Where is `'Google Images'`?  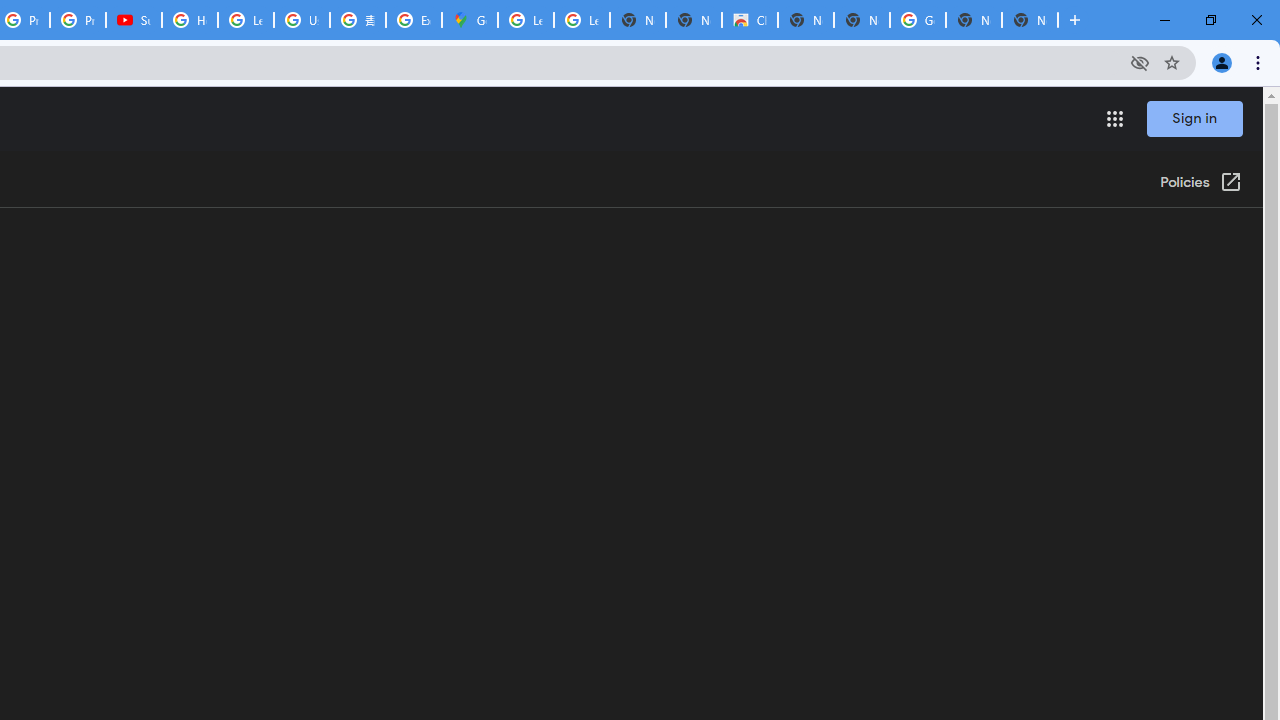 'Google Images' is located at coordinates (916, 20).